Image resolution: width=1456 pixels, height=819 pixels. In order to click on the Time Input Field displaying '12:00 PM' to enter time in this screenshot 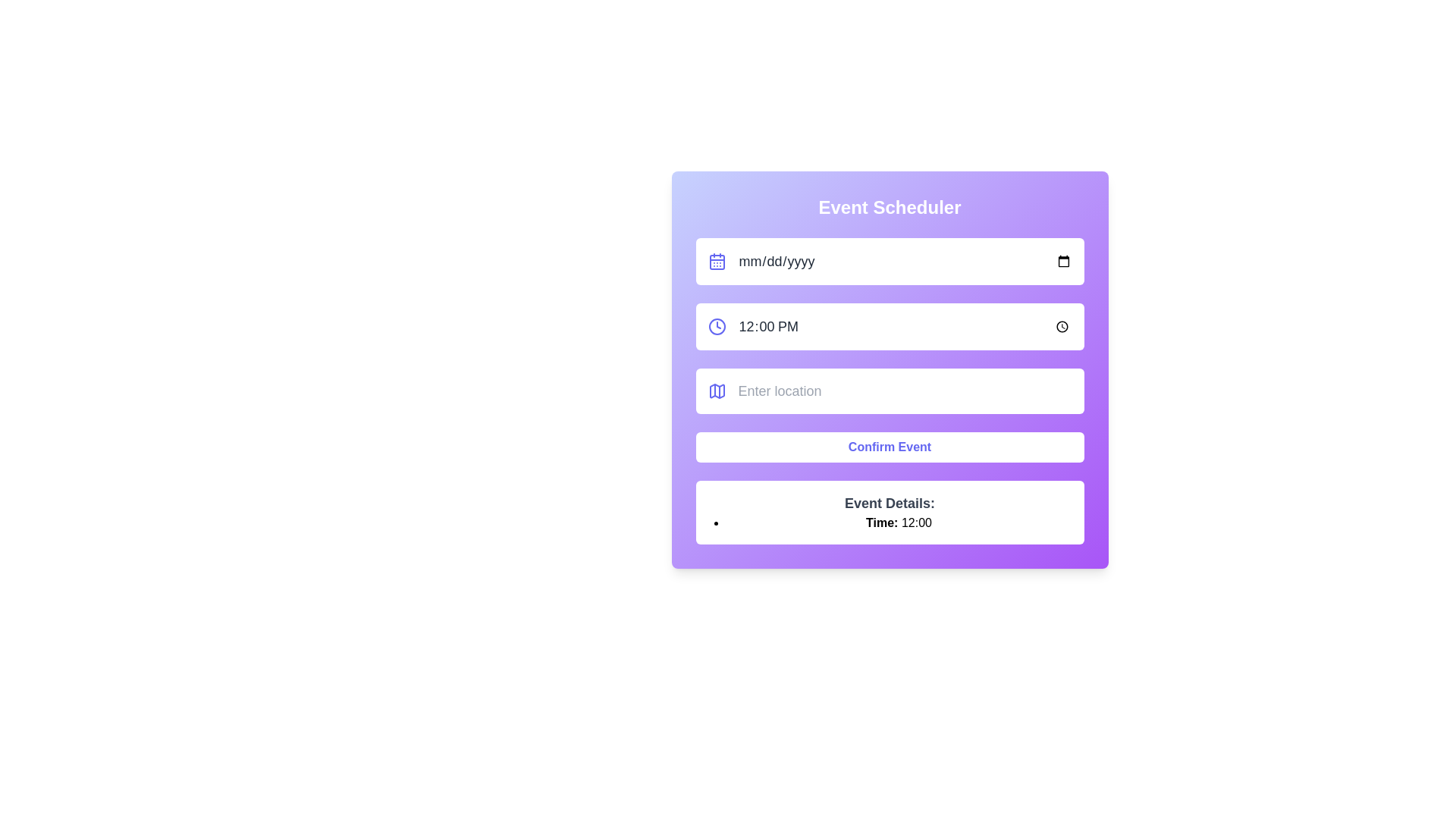, I will do `click(905, 326)`.